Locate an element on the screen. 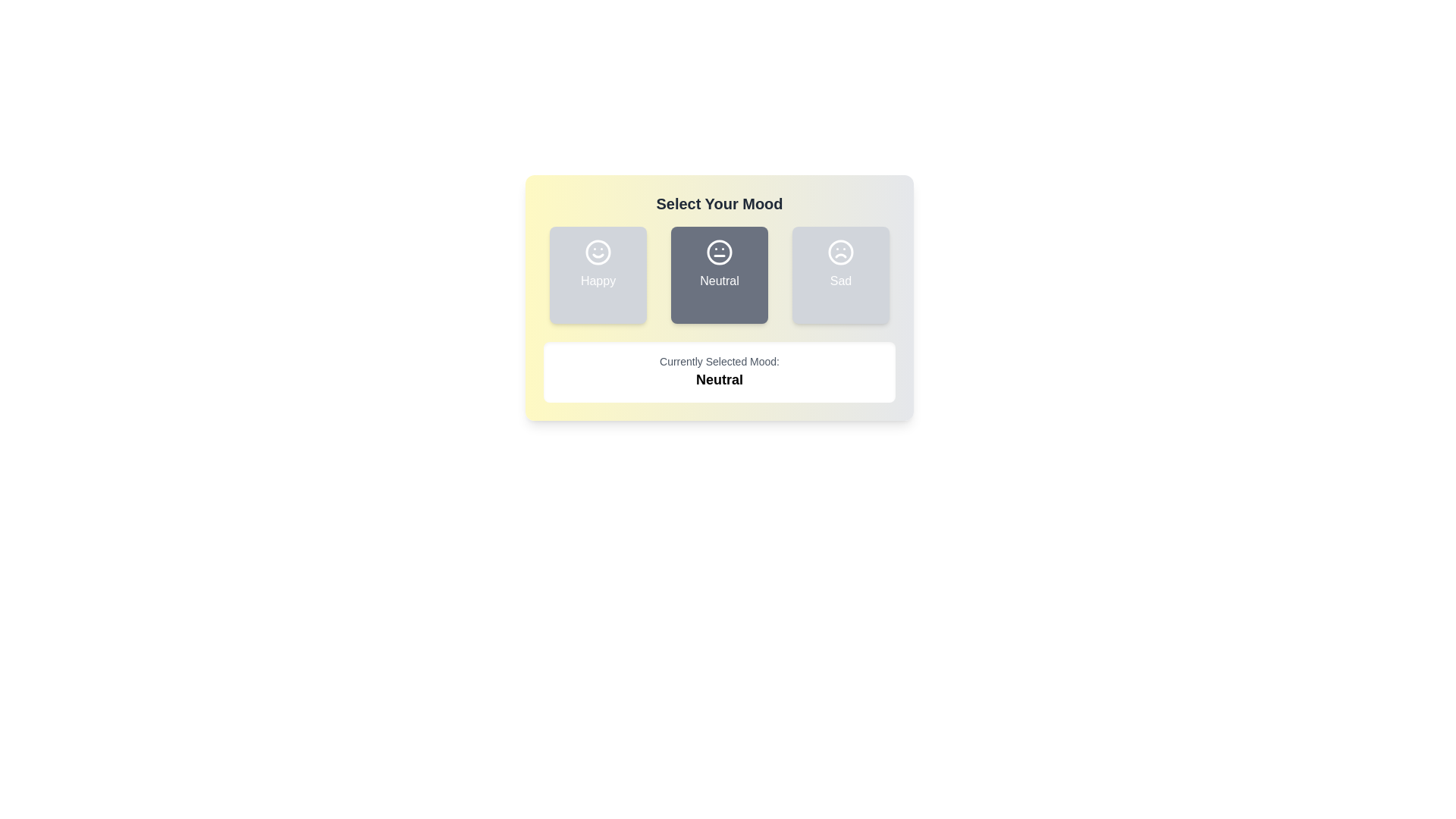  the mood button corresponding to Sad to observe the visual change is located at coordinates (839, 275).